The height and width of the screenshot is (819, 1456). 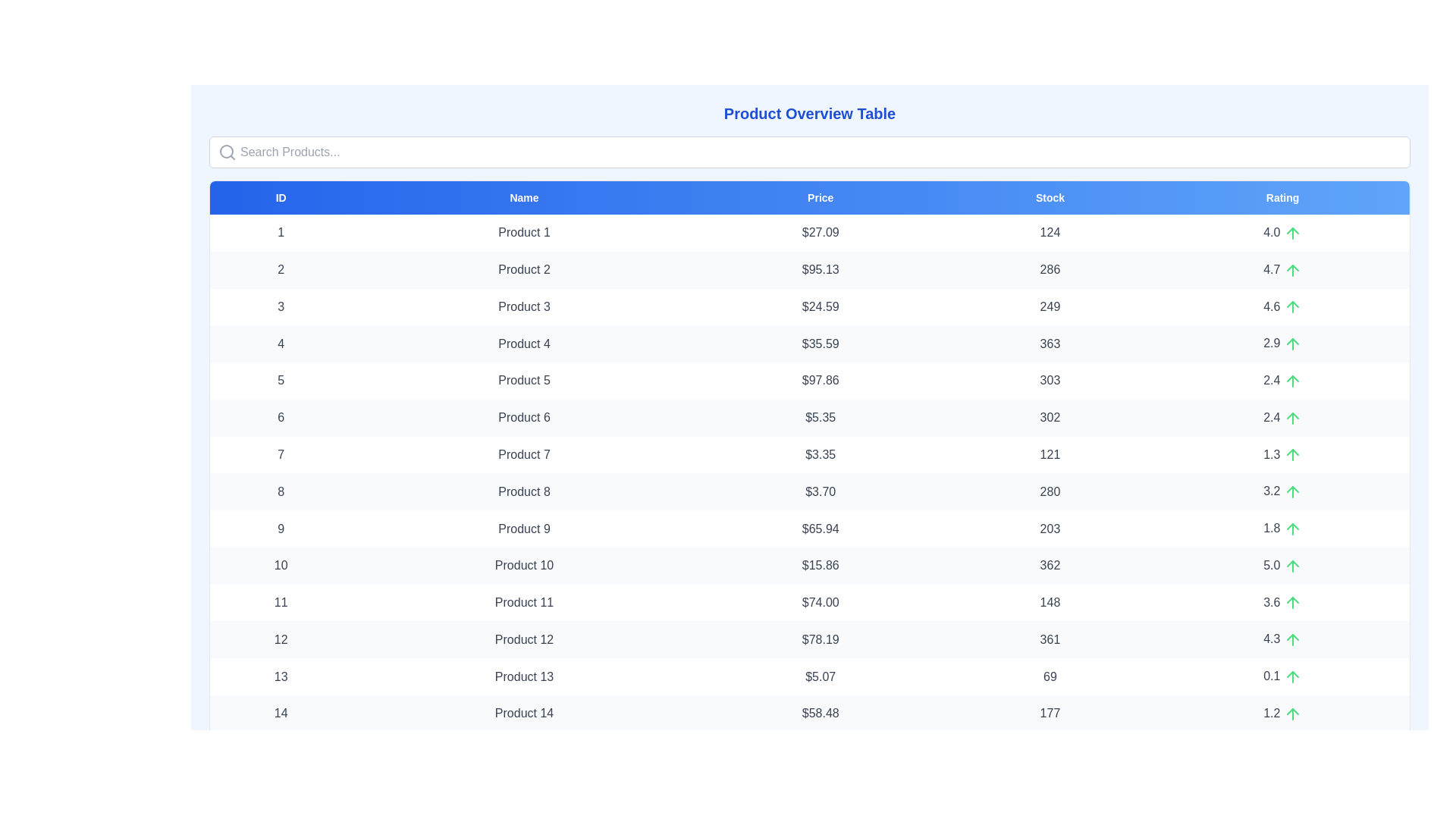 I want to click on the header labeled ID to sort the table by that column, so click(x=281, y=197).